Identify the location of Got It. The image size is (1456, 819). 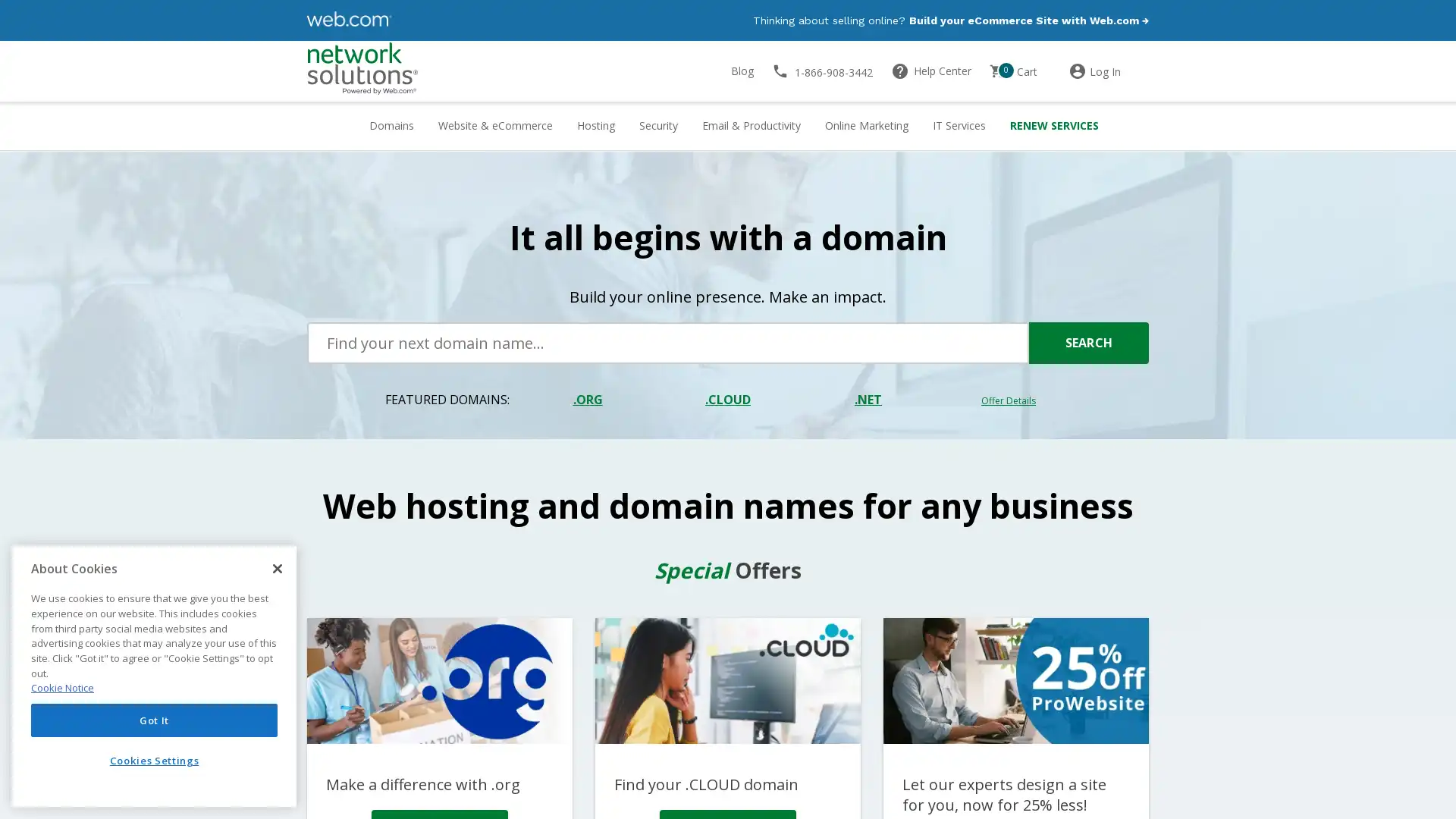
(154, 719).